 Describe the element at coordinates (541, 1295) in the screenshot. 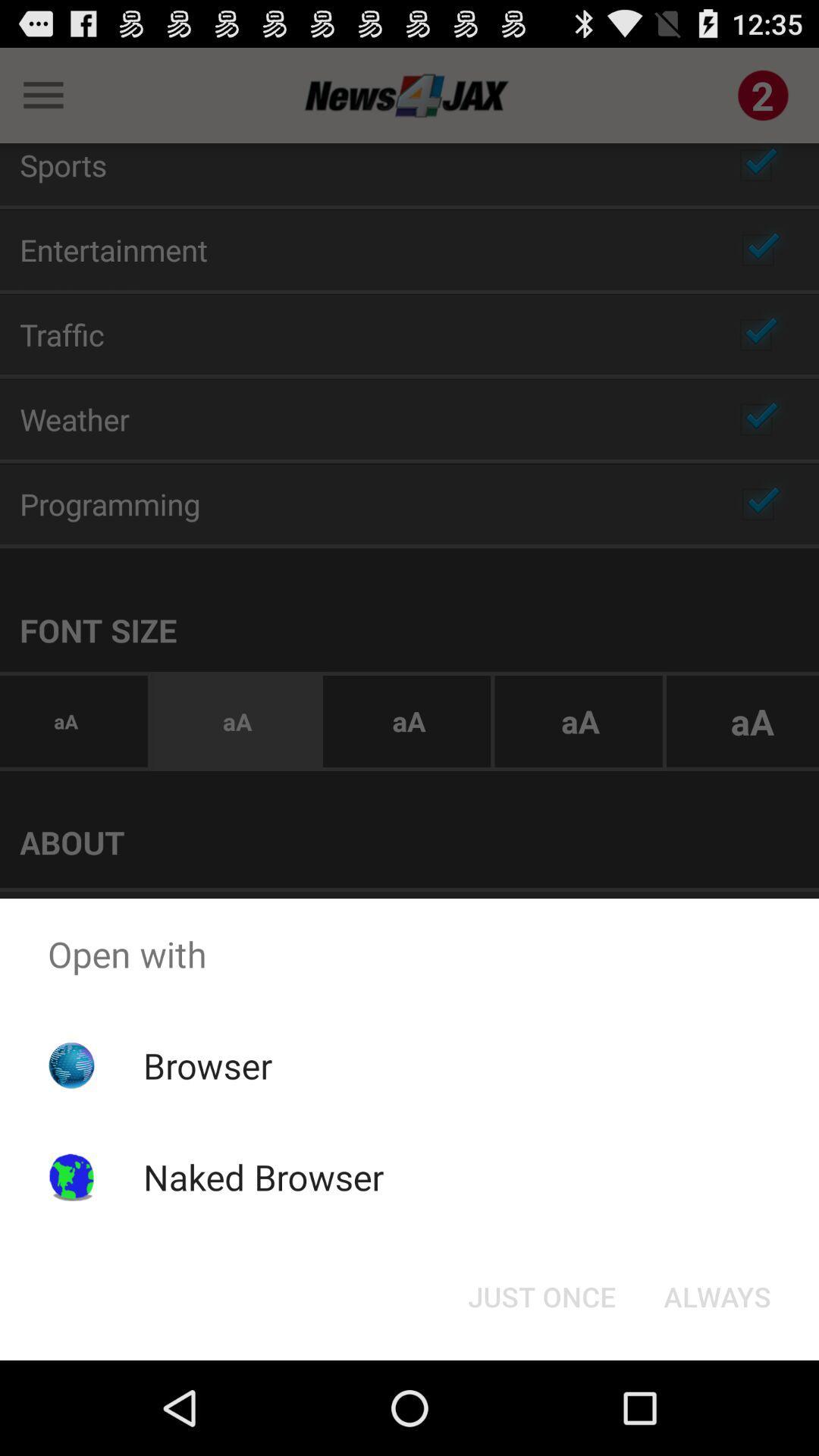

I see `item to the left of always` at that location.